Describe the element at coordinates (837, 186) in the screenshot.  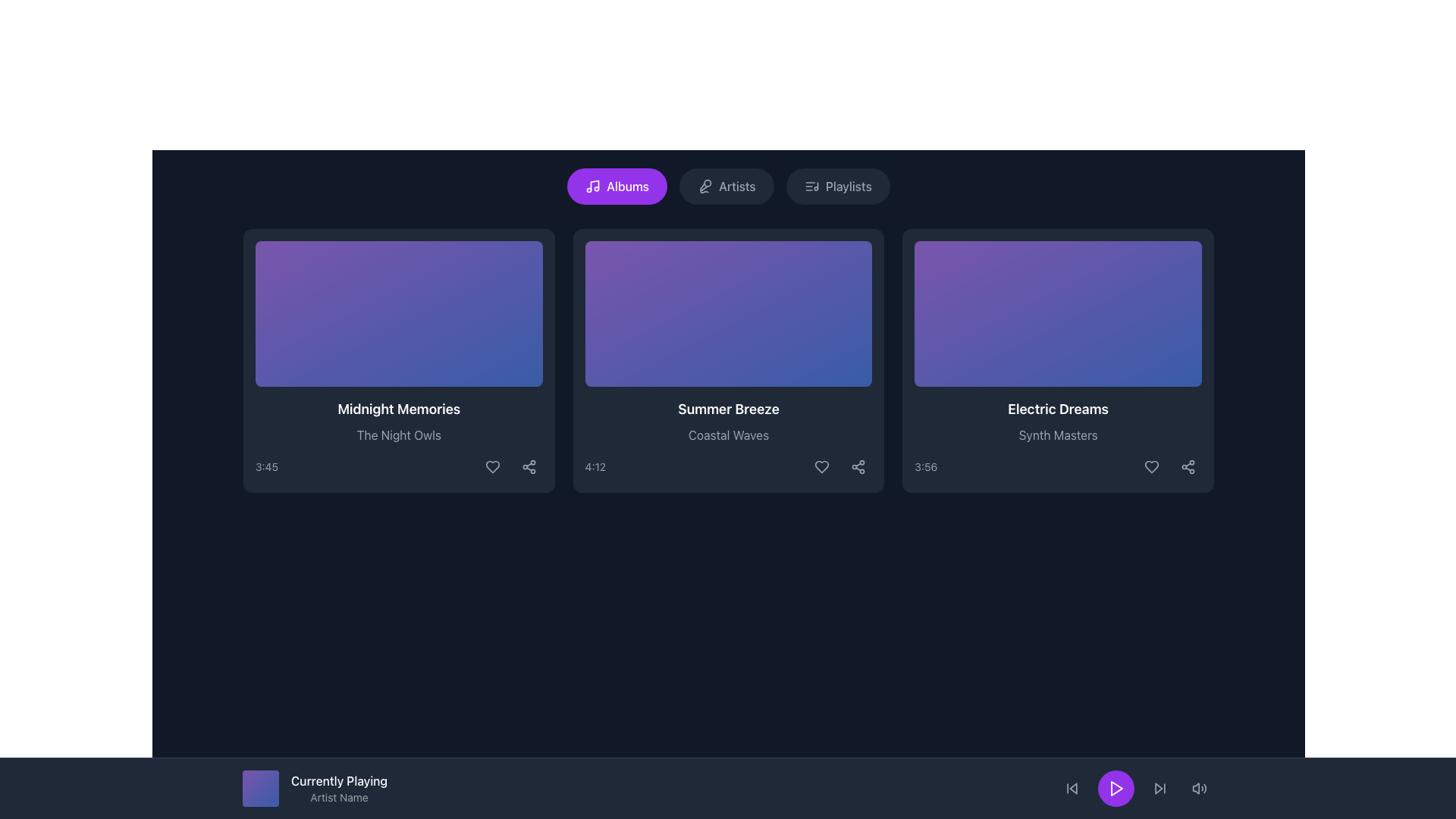
I see `the 'Playlists' button, which is the third button in a horizontal row with a dark background and a music list icon` at that location.